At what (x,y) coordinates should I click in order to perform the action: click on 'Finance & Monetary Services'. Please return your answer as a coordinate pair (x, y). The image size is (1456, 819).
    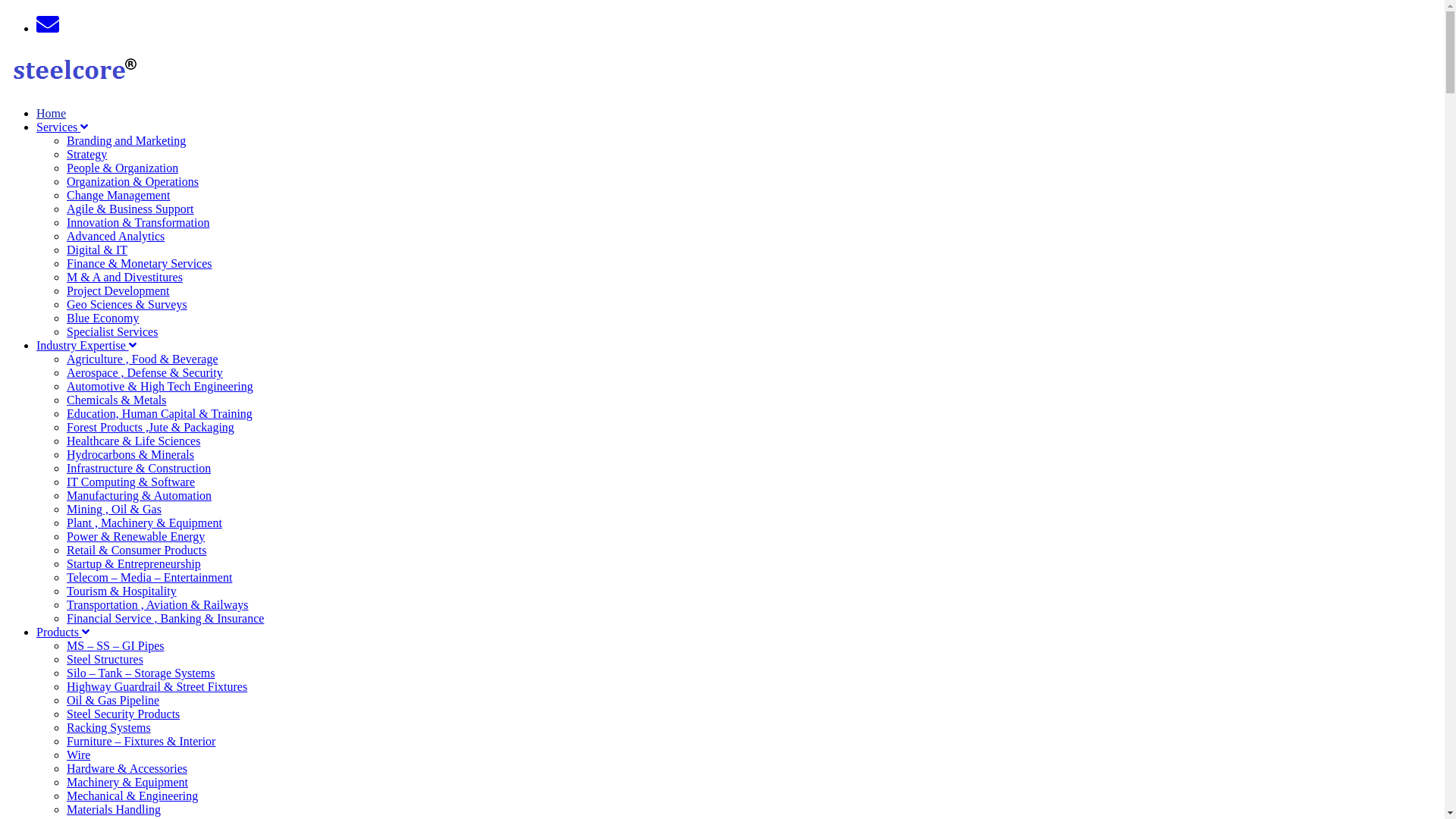
    Looking at the image, I should click on (139, 262).